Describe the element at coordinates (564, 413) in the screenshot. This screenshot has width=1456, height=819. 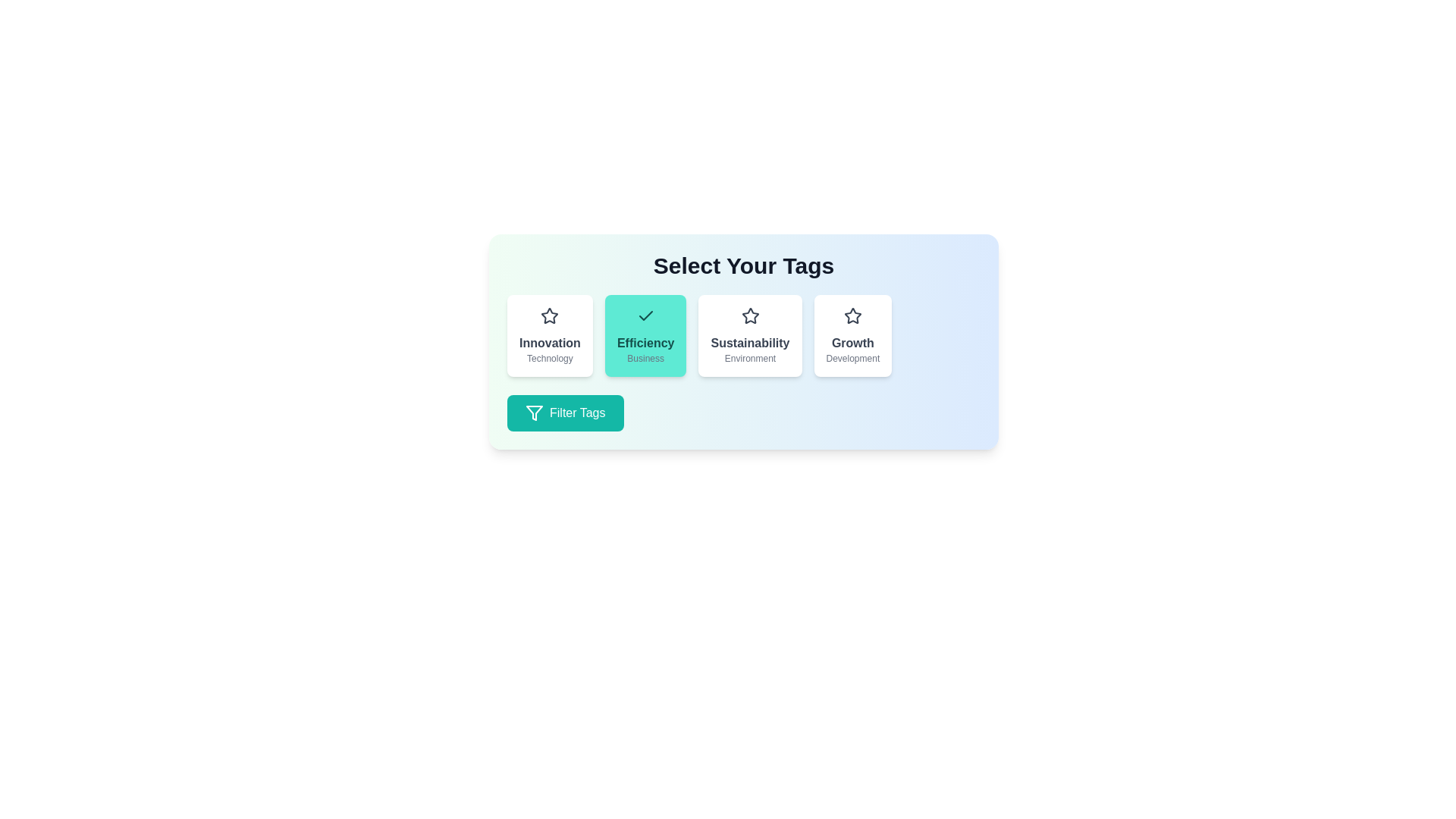
I see `the 'Filter Tags' button to trigger the filtering functionality` at that location.